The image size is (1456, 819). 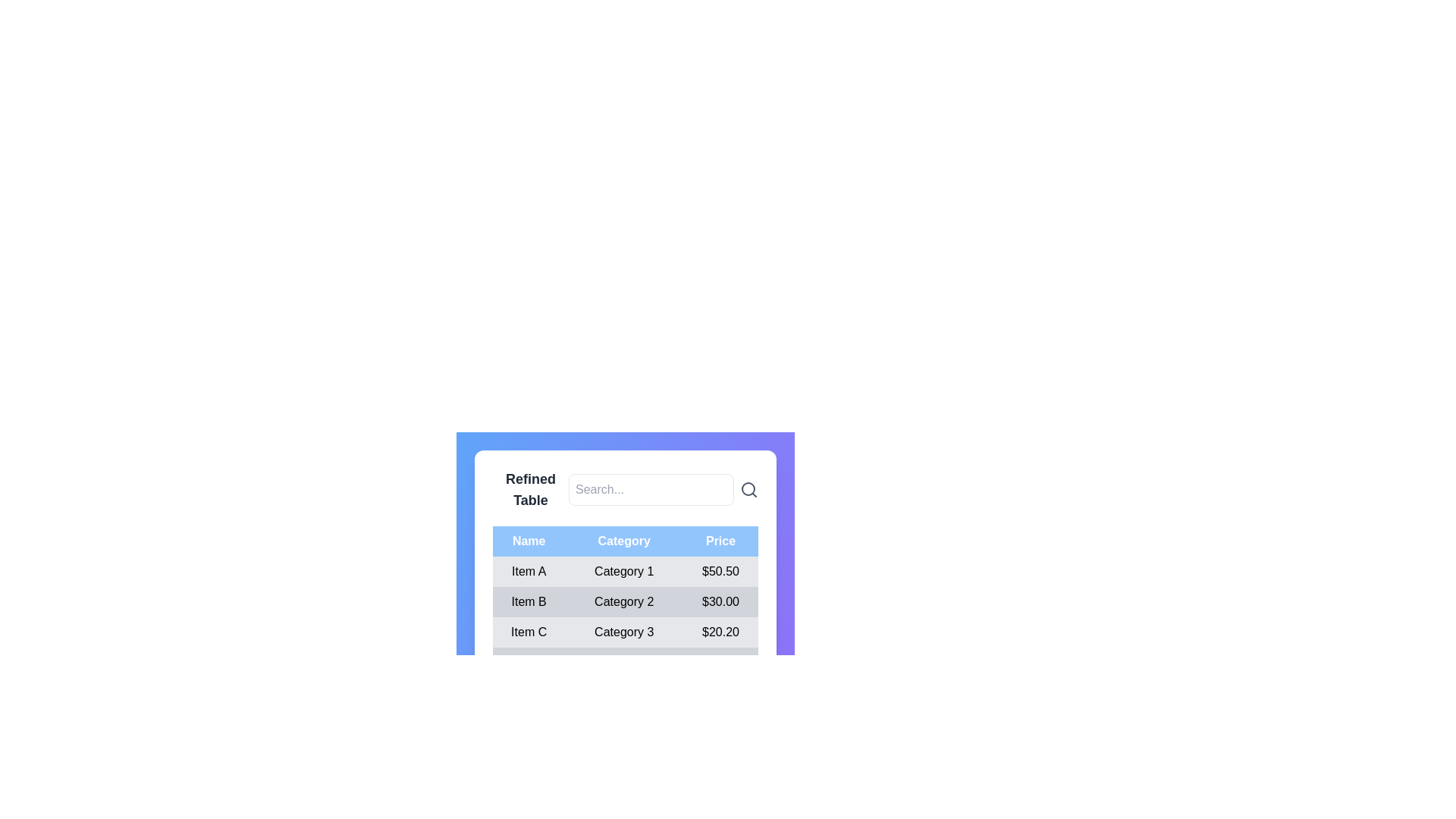 I want to click on the text field that represents the category associated with 'Item A' in the first row of the table under the 'Category' column, so click(x=624, y=571).